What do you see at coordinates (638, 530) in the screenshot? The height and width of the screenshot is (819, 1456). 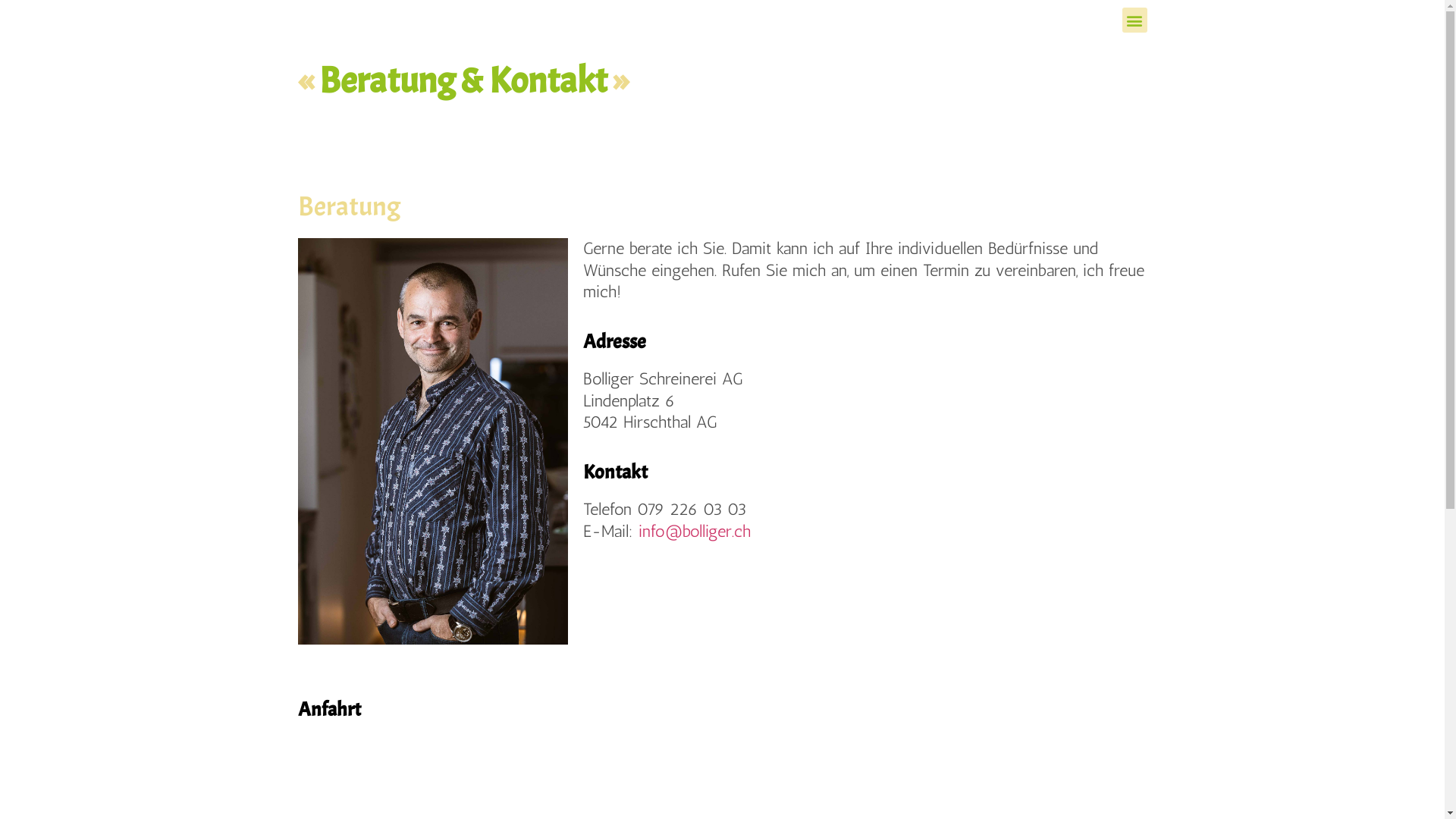 I see `'info@bolliger.ch'` at bounding box center [638, 530].